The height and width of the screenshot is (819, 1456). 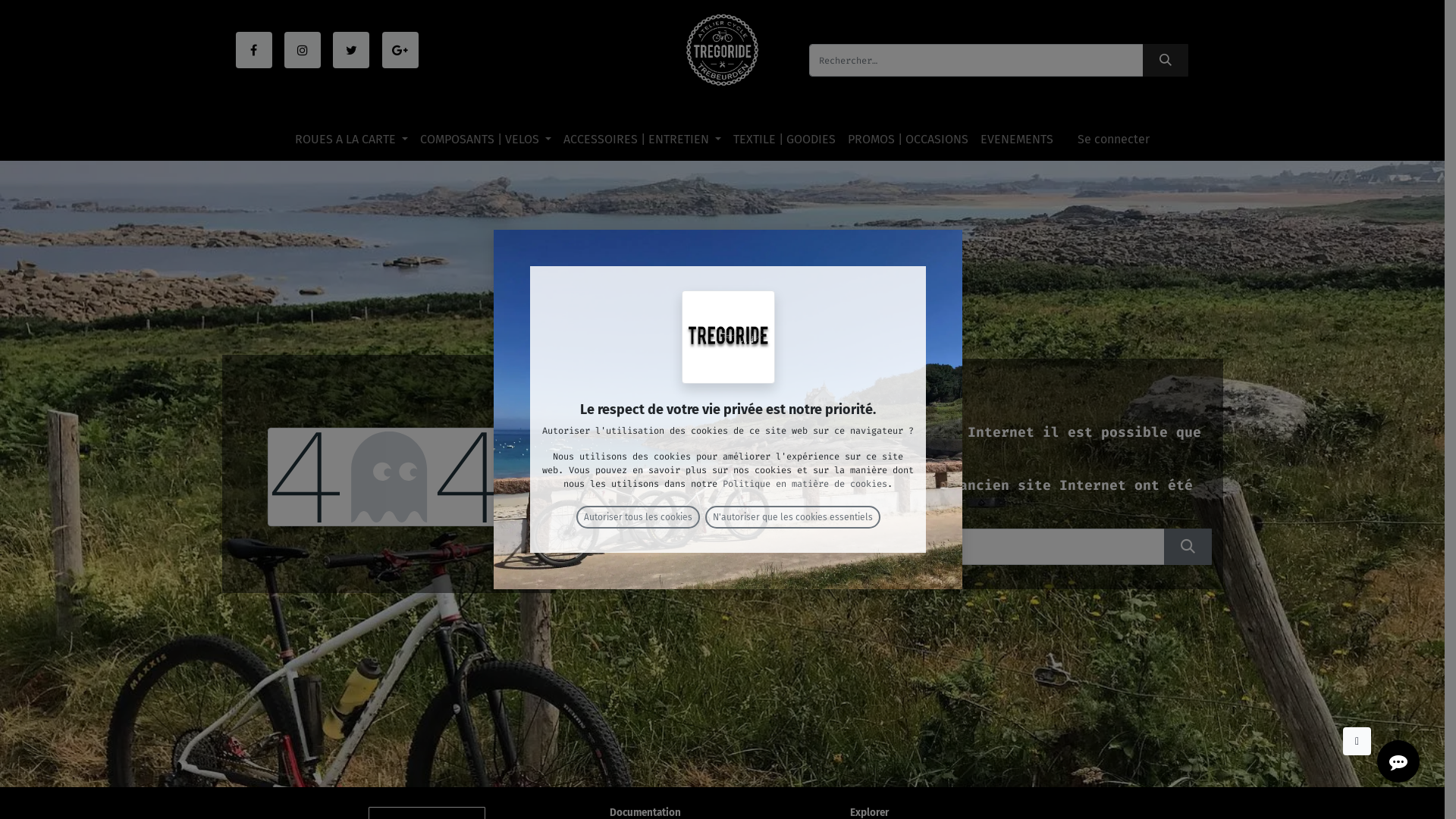 I want to click on 'EVENEMENTS', so click(x=1016, y=140).